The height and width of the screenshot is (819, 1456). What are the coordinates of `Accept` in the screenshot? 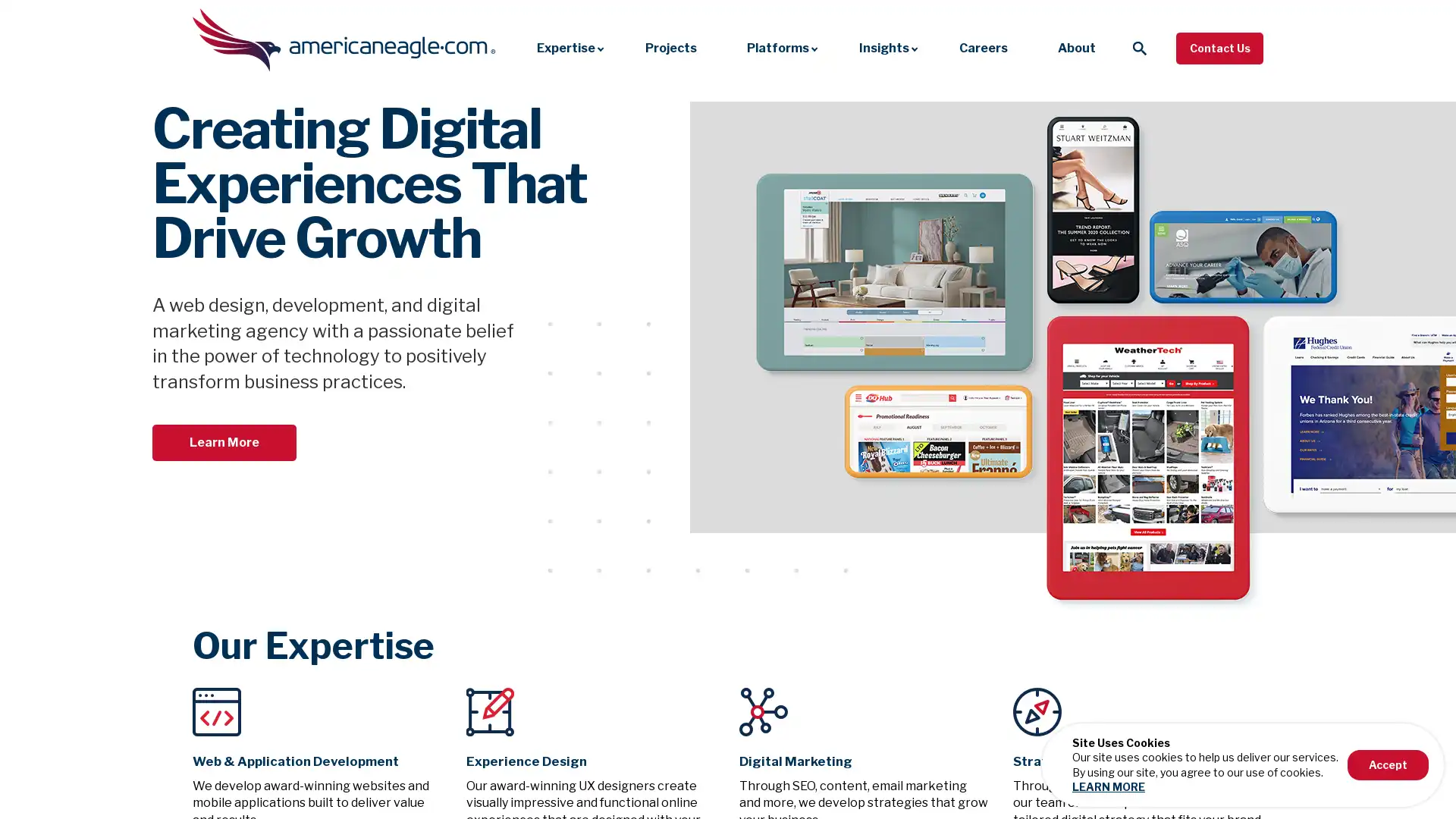 It's located at (1383, 764).